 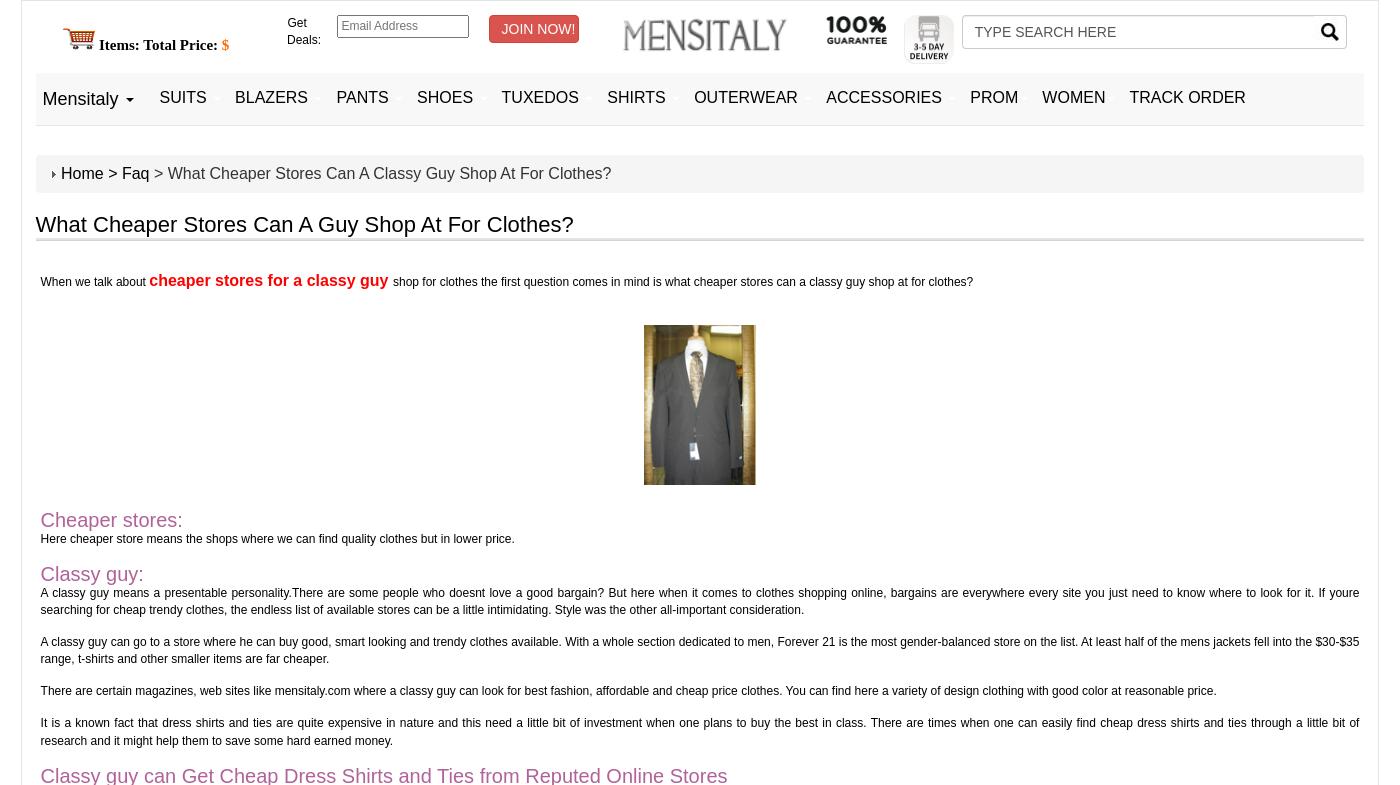 I want to click on 'A classy guy means a presentable personality.There are some people who doesnt love a good bargain? But here when it comes to clothes shopping online, bargains are everywhere every site  you just need to know where to look for it. If youre searching for cheap trendy clothes, the endless list of available stores can be a little intimidating. Style was the other all-important consideration.', so click(x=699, y=600).